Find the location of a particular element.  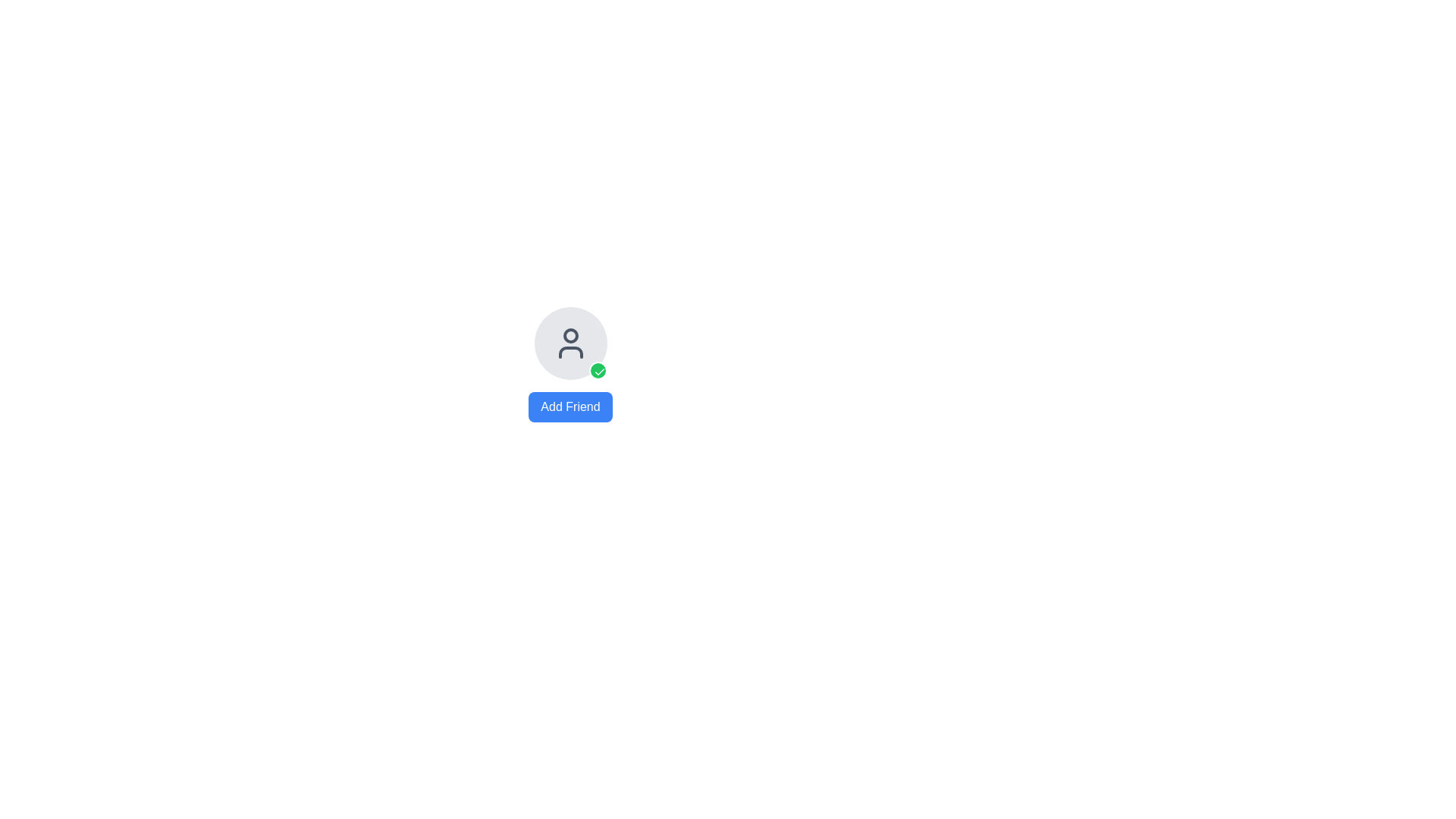

the user profile icon, which is represented as a dark gray outline of a head and shoulders on a light gray circular background, located in the center-left of the interface is located at coordinates (570, 343).